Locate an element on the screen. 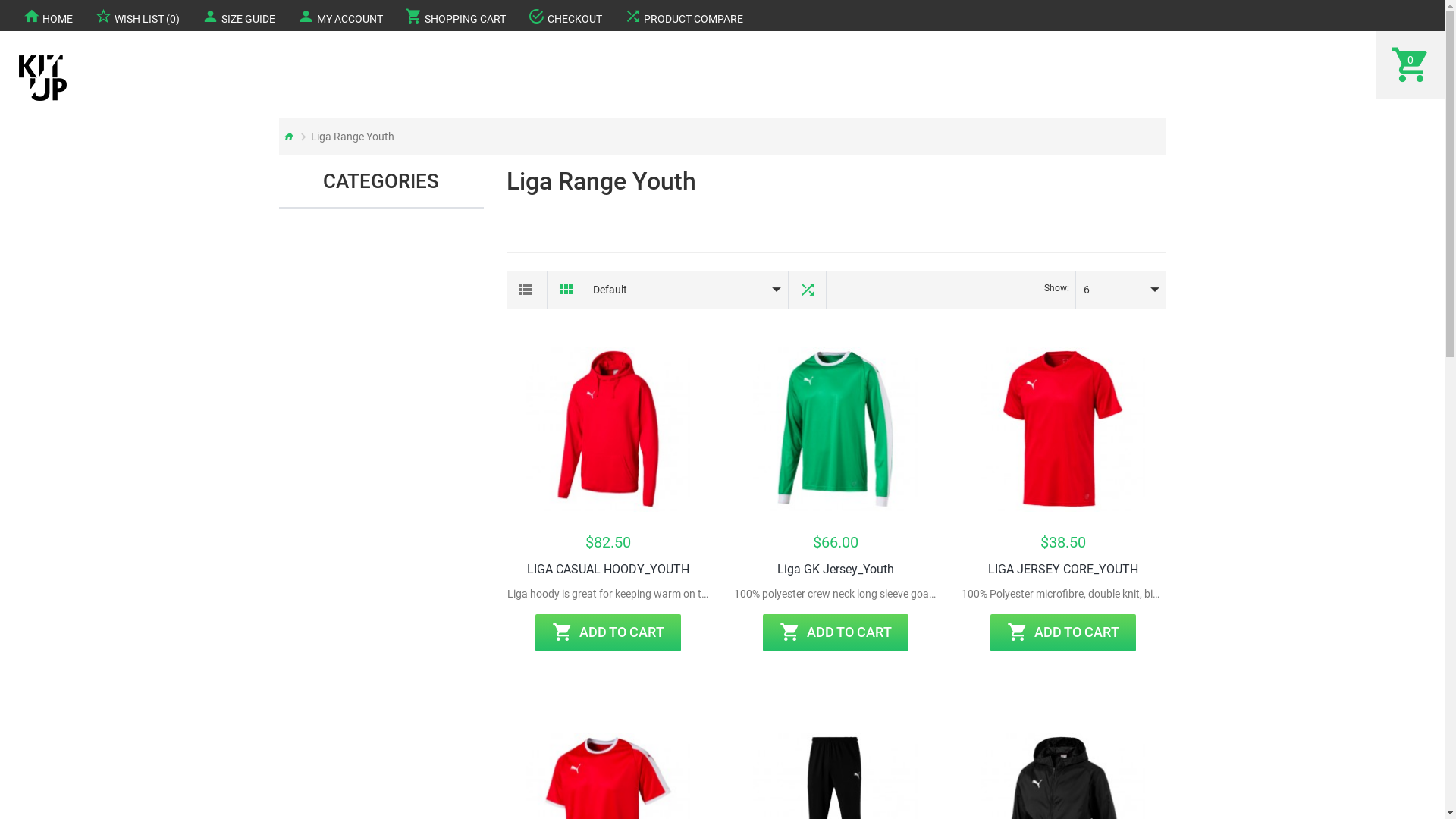 This screenshot has height=819, width=1456. 'Liga GK Jersey_Youth' is located at coordinates (777, 570).